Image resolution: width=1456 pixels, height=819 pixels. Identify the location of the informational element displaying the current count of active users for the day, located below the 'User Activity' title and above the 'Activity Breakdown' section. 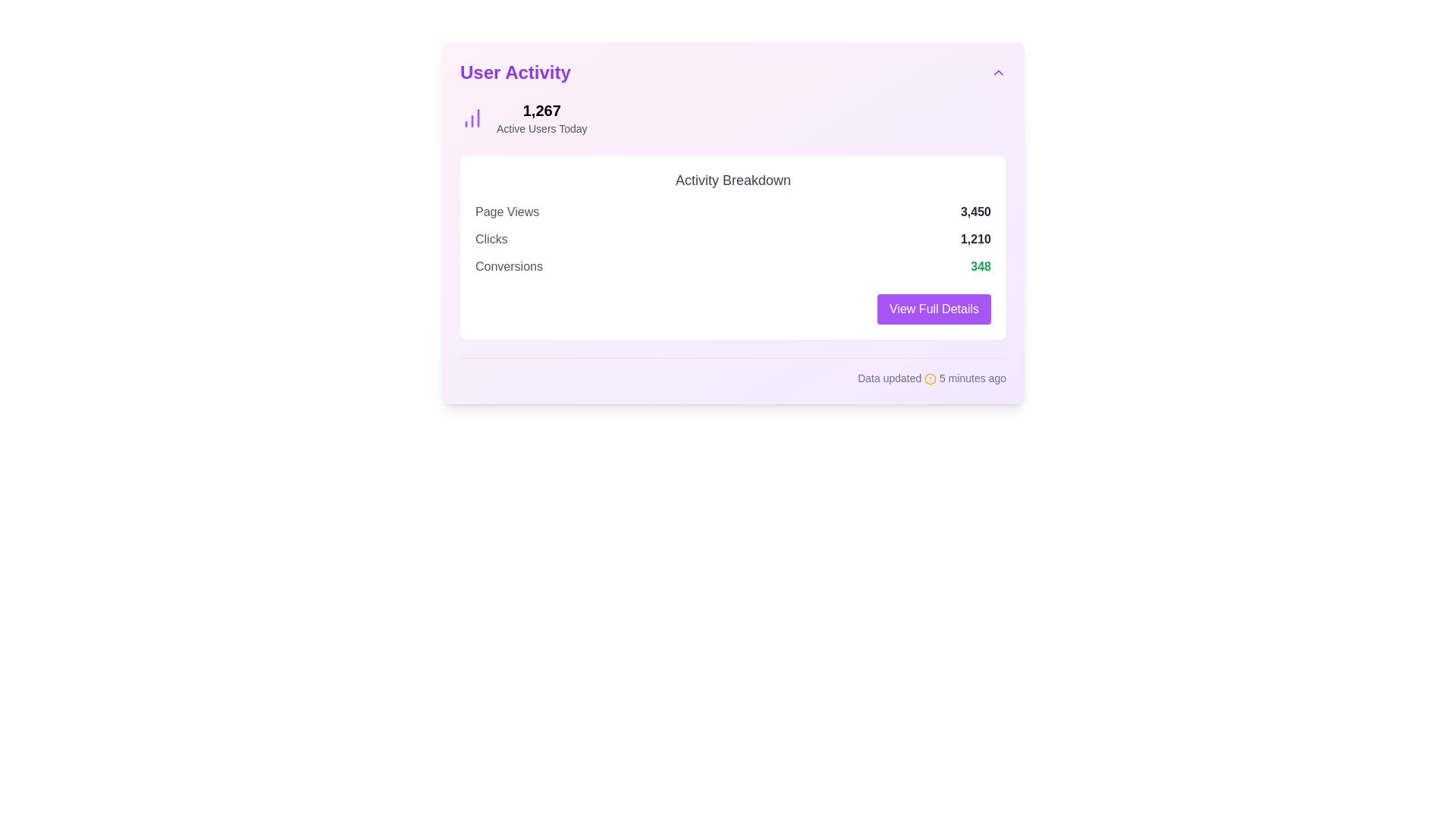
(733, 117).